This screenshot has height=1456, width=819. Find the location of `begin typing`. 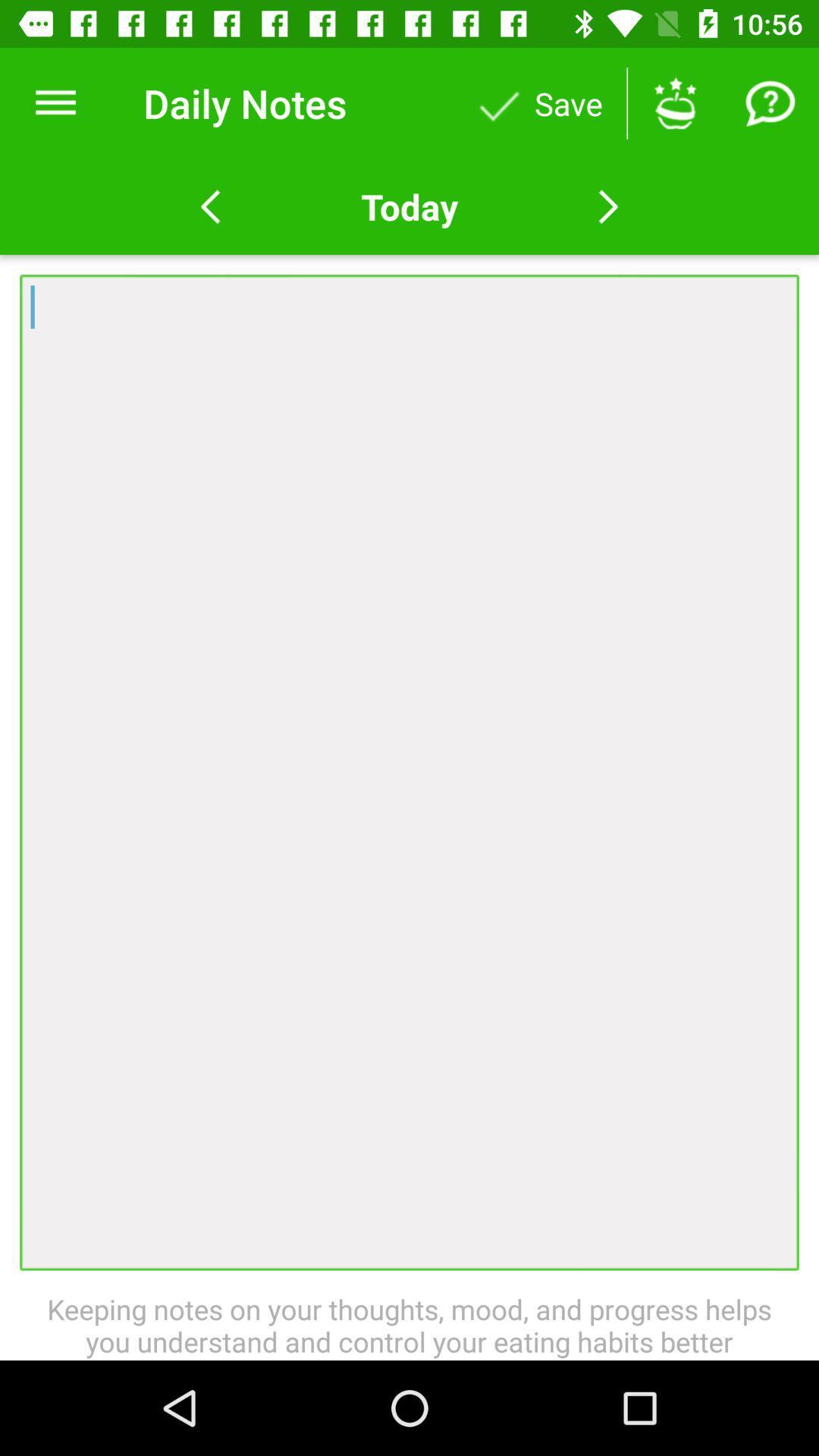

begin typing is located at coordinates (409, 772).